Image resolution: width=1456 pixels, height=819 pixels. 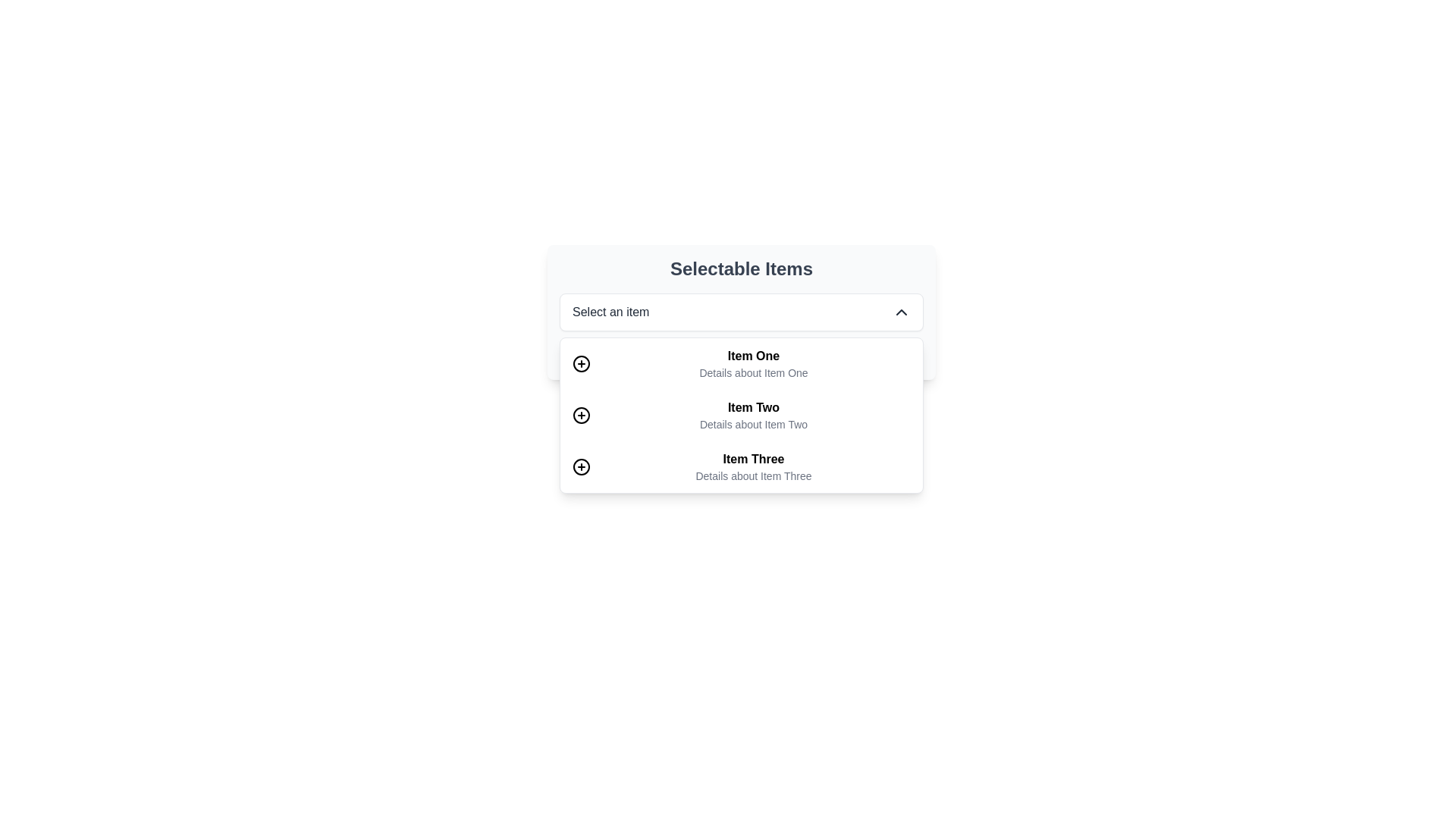 I want to click on the icon button depicting a circle with a plus symbol, located to the left of the text 'Item One' for a potential tooltip or highlight effect, so click(x=581, y=363).